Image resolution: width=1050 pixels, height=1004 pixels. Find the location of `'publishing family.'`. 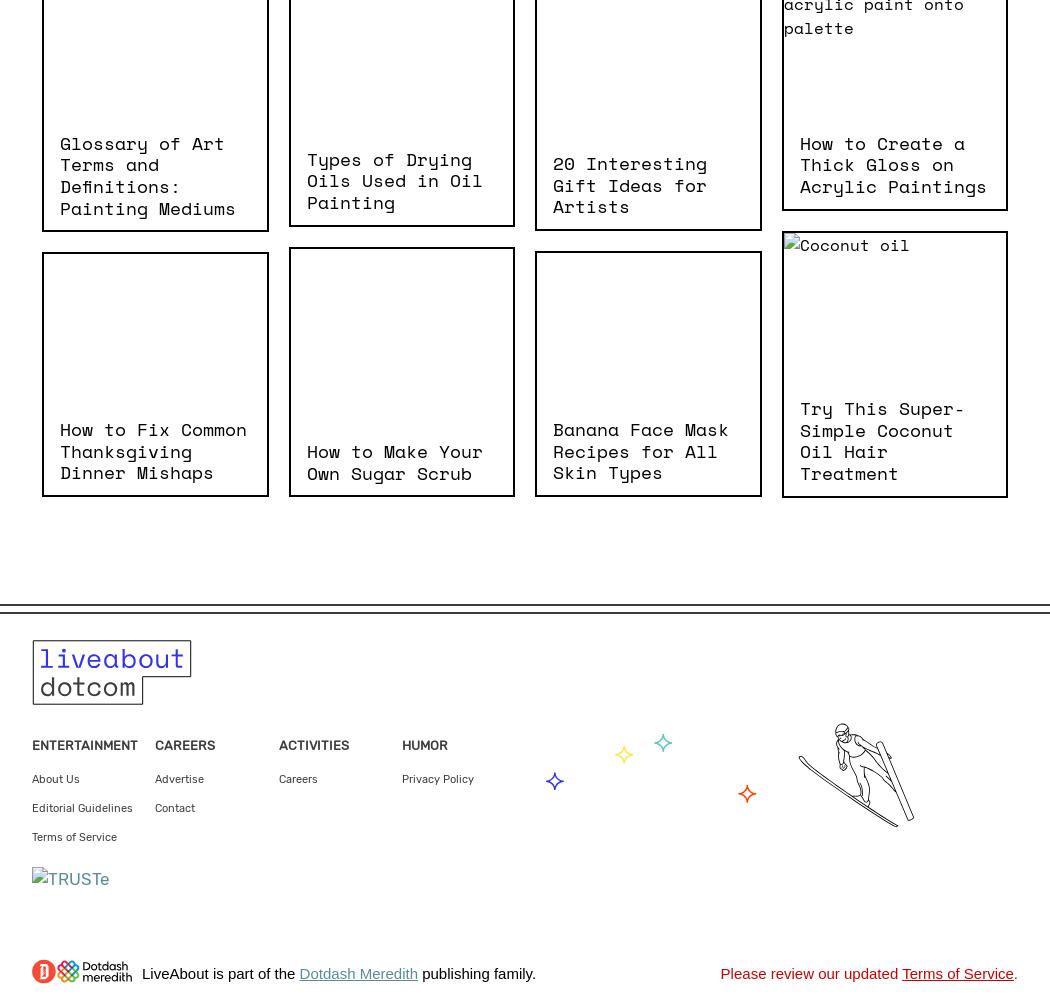

'publishing family.' is located at coordinates (477, 972).